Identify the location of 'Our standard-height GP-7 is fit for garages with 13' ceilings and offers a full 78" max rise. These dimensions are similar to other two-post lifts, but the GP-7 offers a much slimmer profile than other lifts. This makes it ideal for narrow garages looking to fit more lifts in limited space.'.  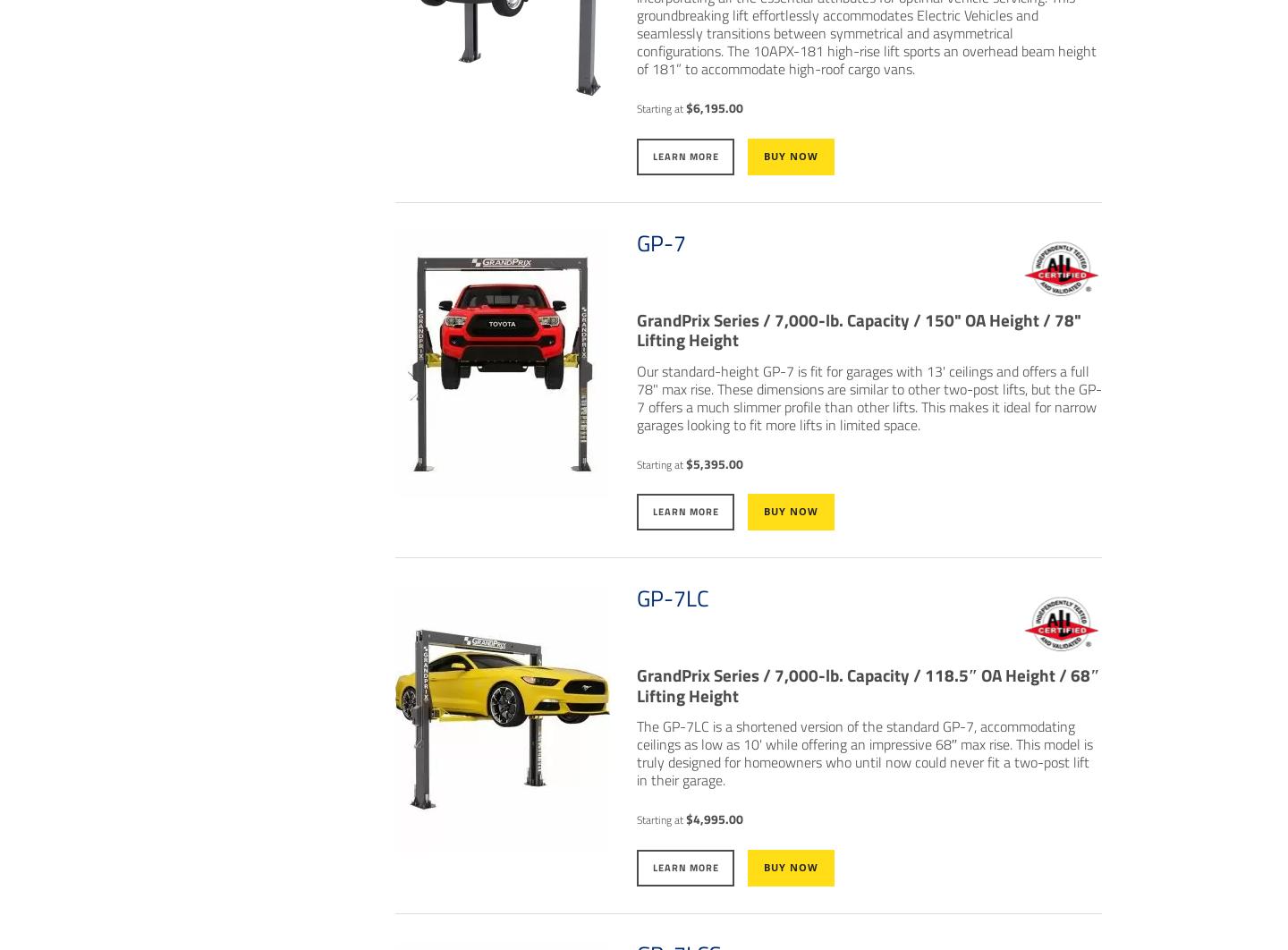
(867, 396).